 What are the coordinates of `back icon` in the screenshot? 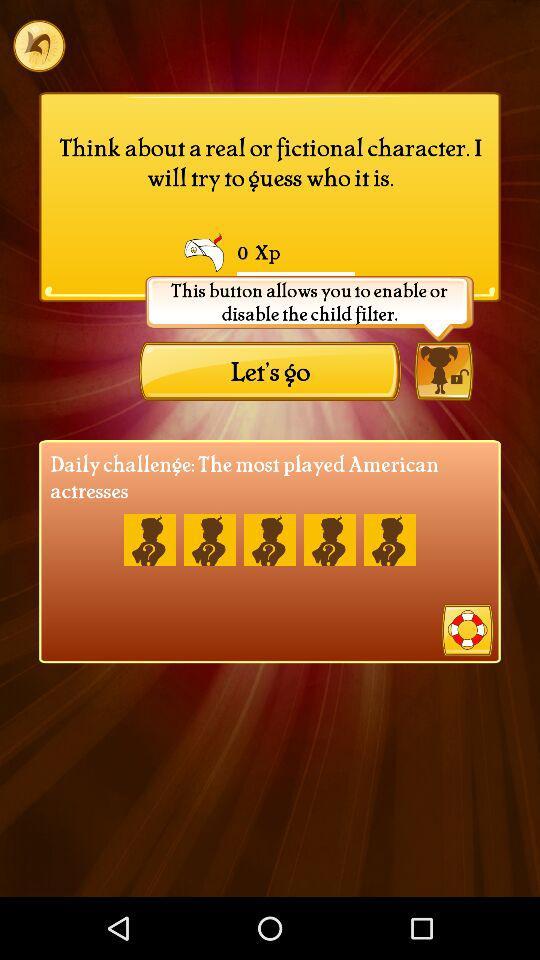 It's located at (39, 44).